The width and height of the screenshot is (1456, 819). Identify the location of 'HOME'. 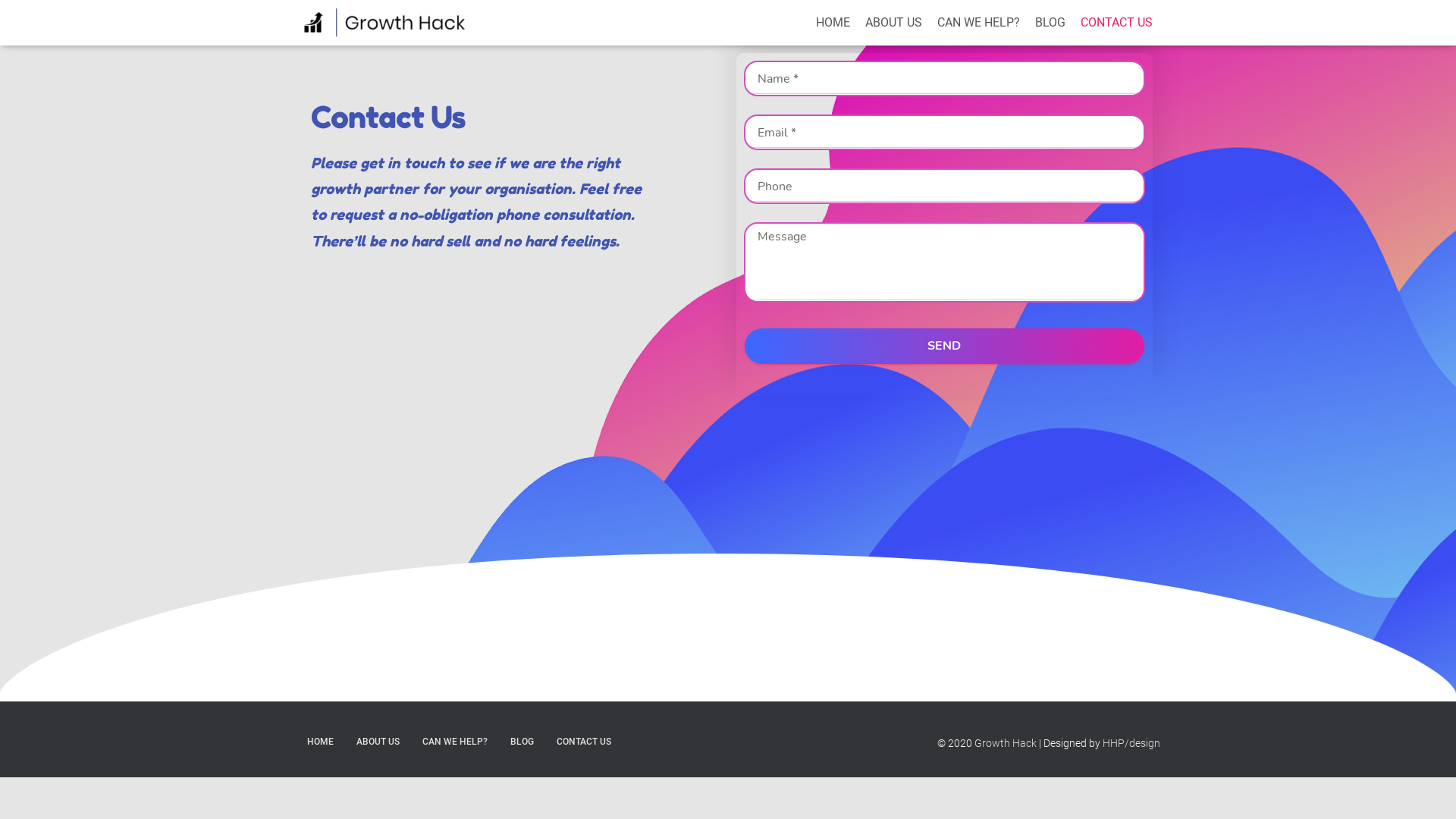
(807, 23).